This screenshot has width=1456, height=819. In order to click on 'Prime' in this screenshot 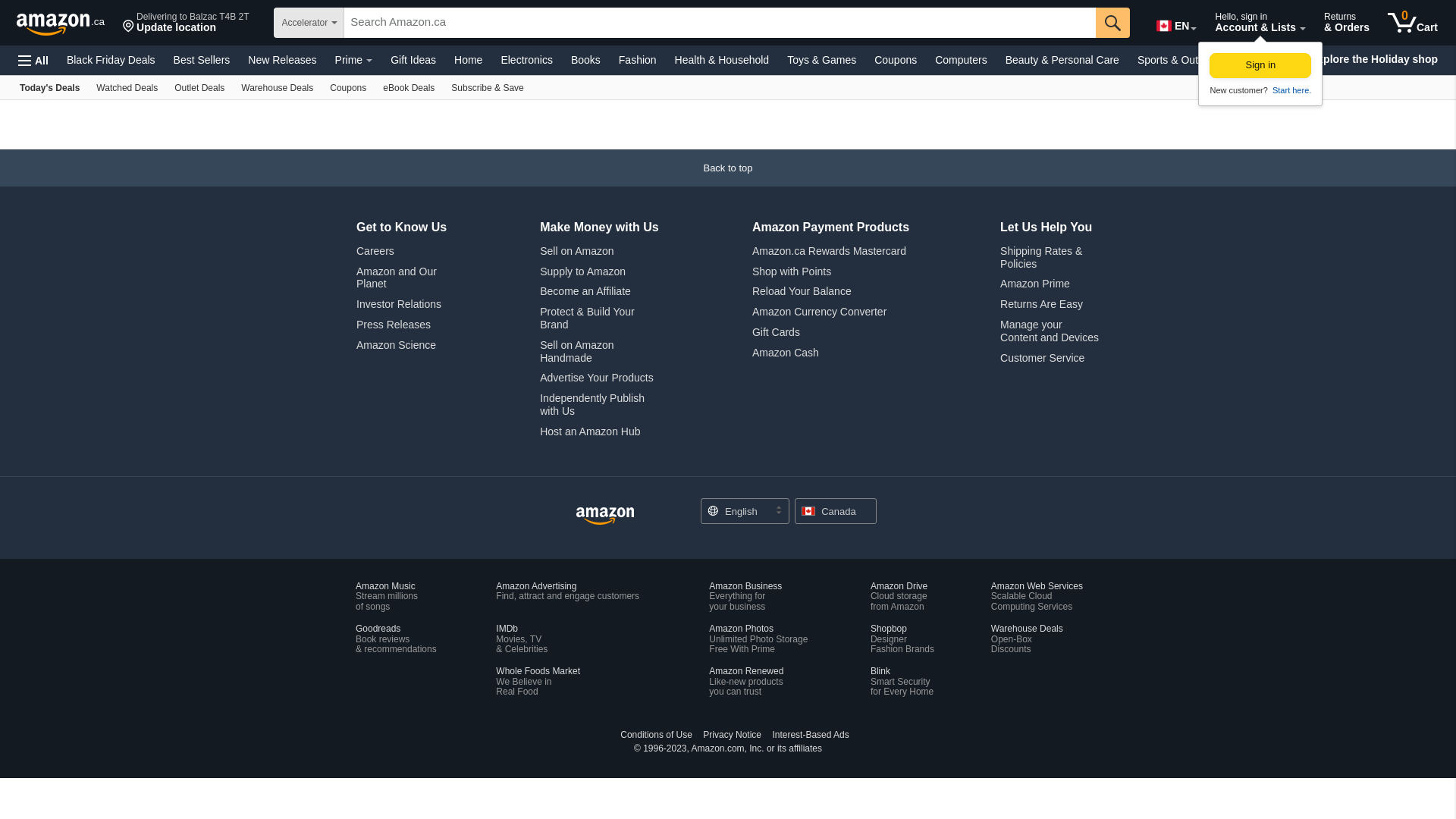, I will do `click(353, 58)`.